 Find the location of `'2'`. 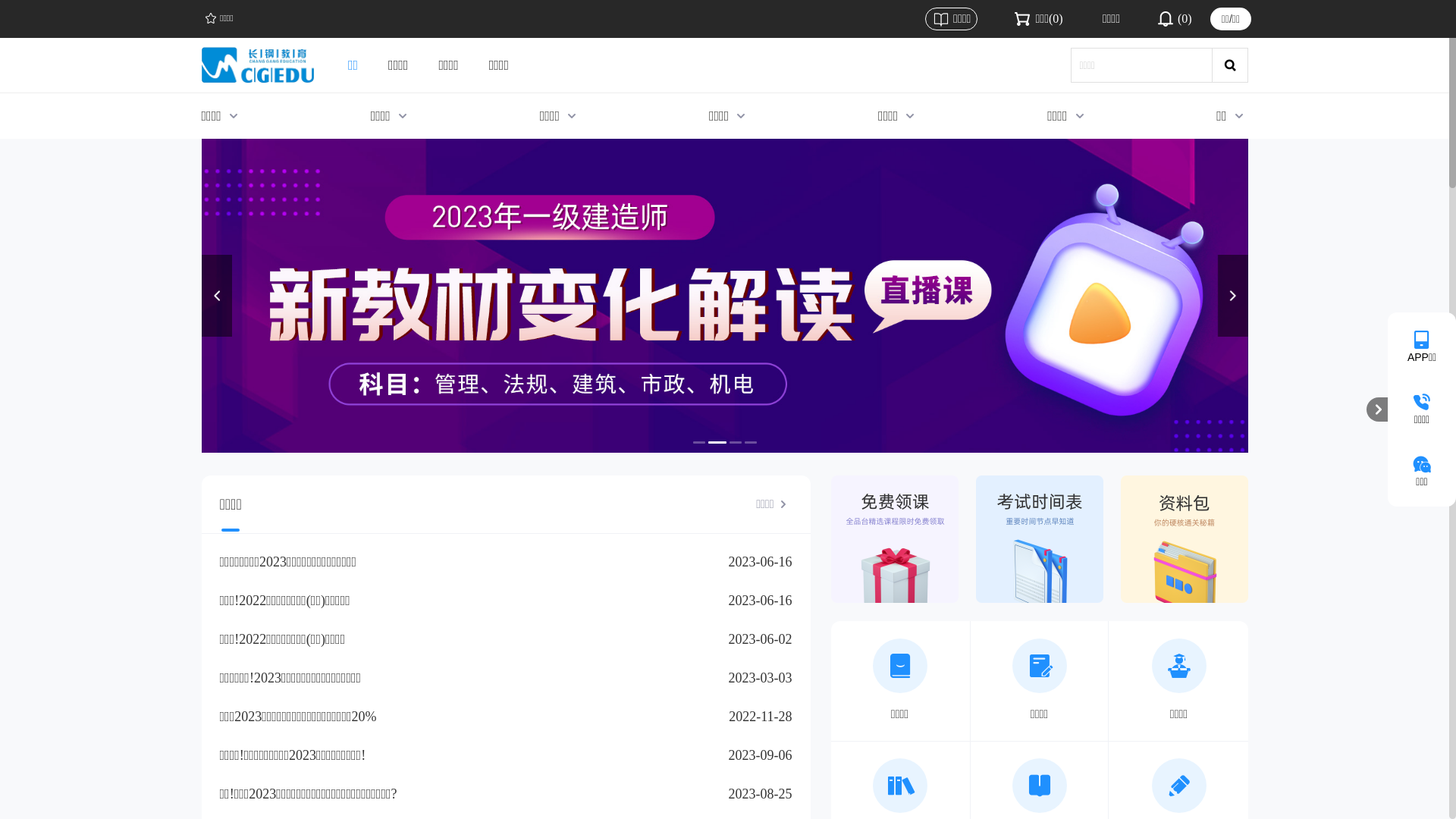

'2' is located at coordinates (708, 442).